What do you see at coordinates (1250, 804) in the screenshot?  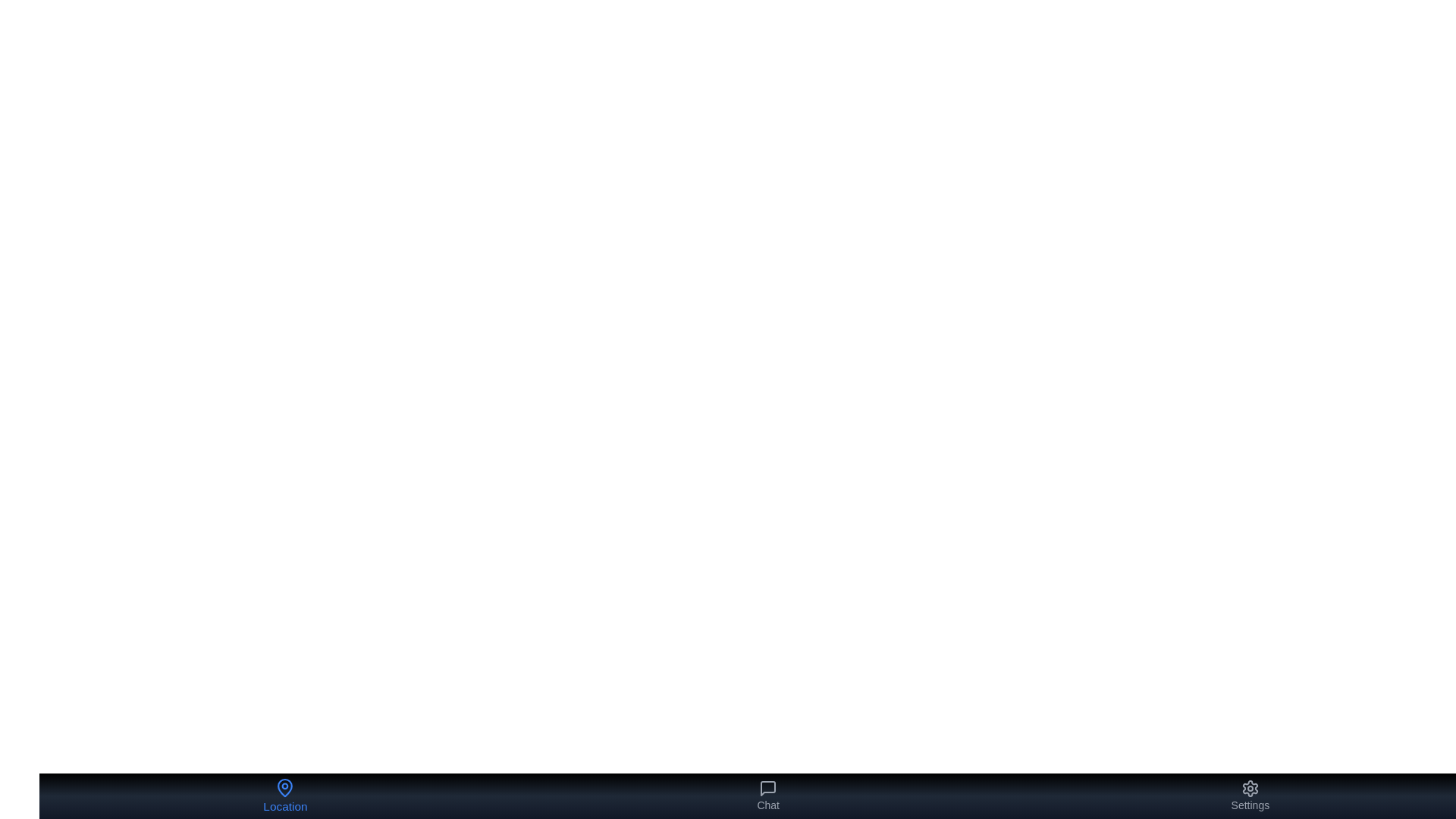 I see `the label under the button corresponding to Settings` at bounding box center [1250, 804].